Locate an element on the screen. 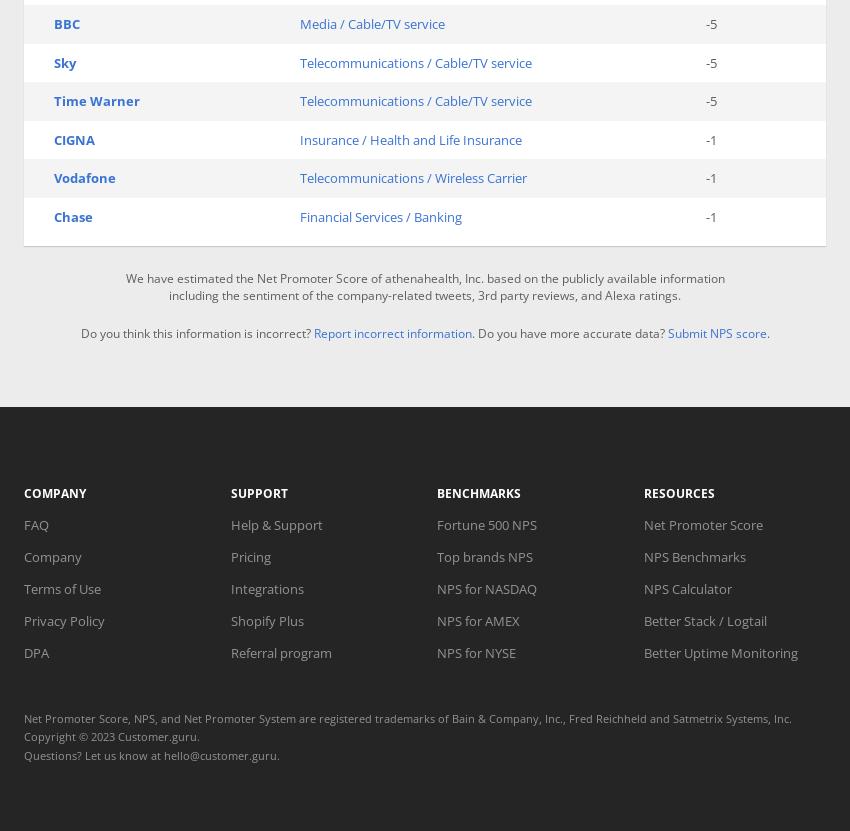  'Sky' is located at coordinates (65, 60).